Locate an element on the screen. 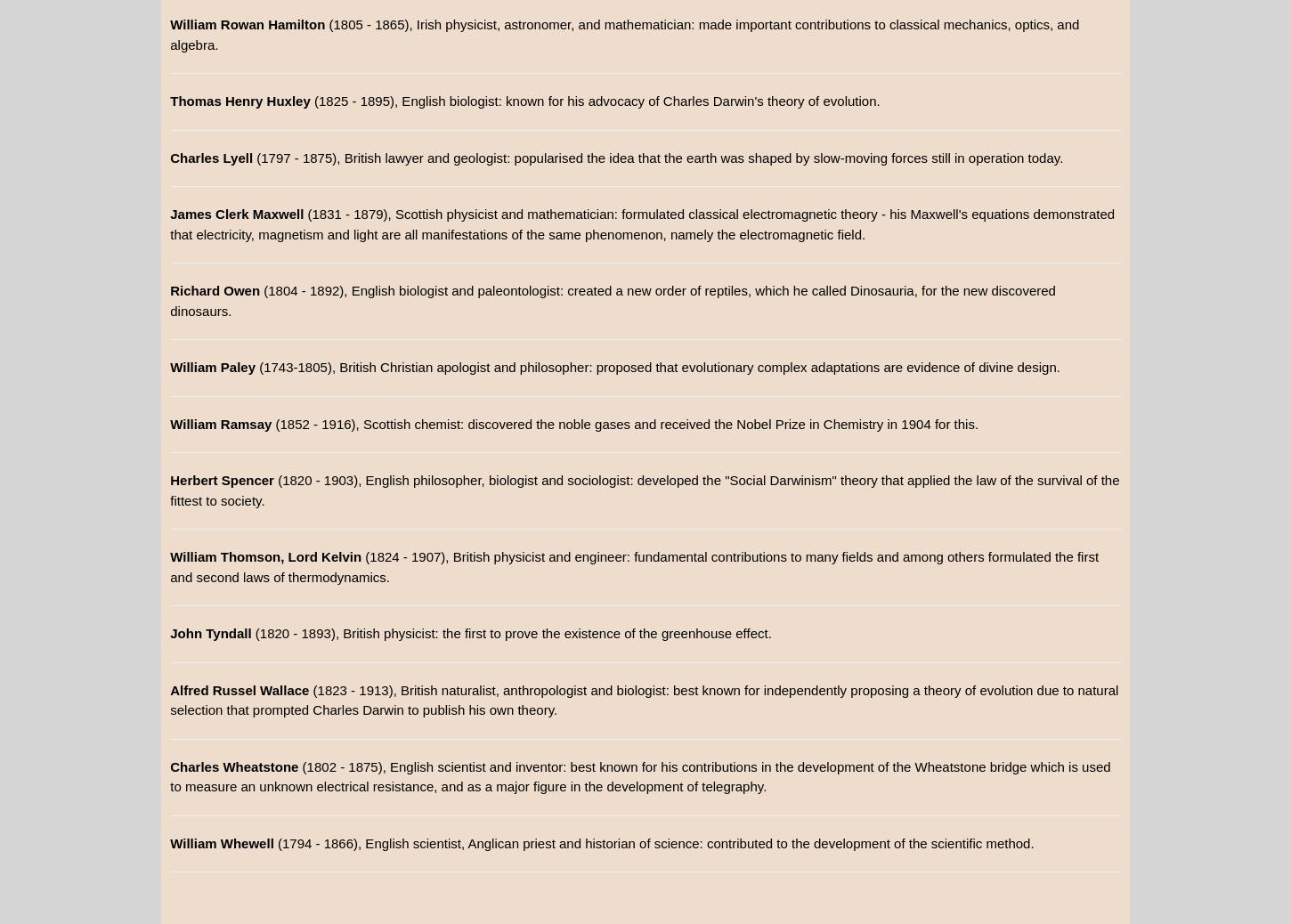  'Alfred Russel Wallace' is located at coordinates (239, 688).